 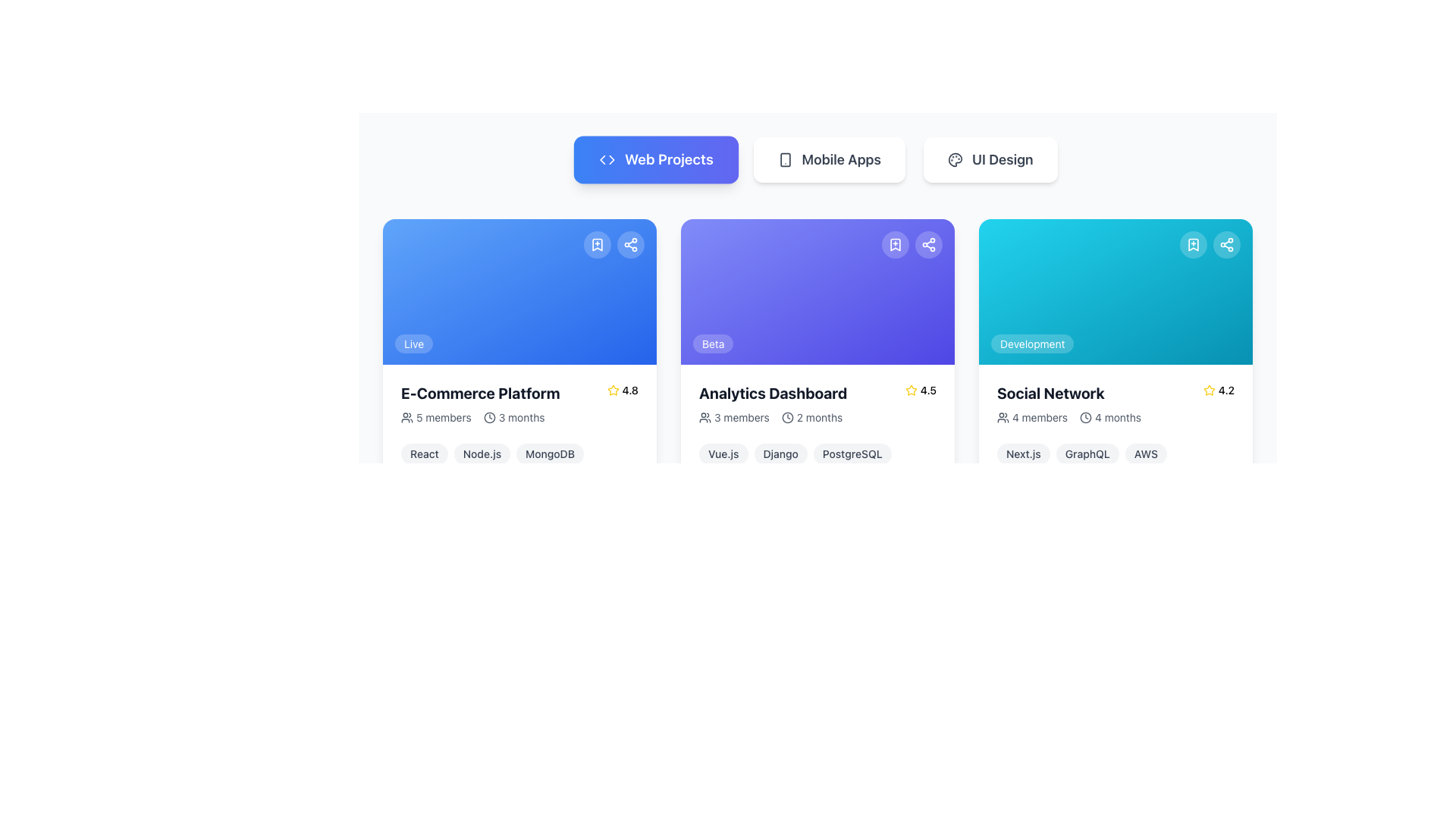 What do you see at coordinates (443, 418) in the screenshot?
I see `the Text label displaying the number of members associated with the 'E-Commerce Platform' project to potentially display a tooltip` at bounding box center [443, 418].